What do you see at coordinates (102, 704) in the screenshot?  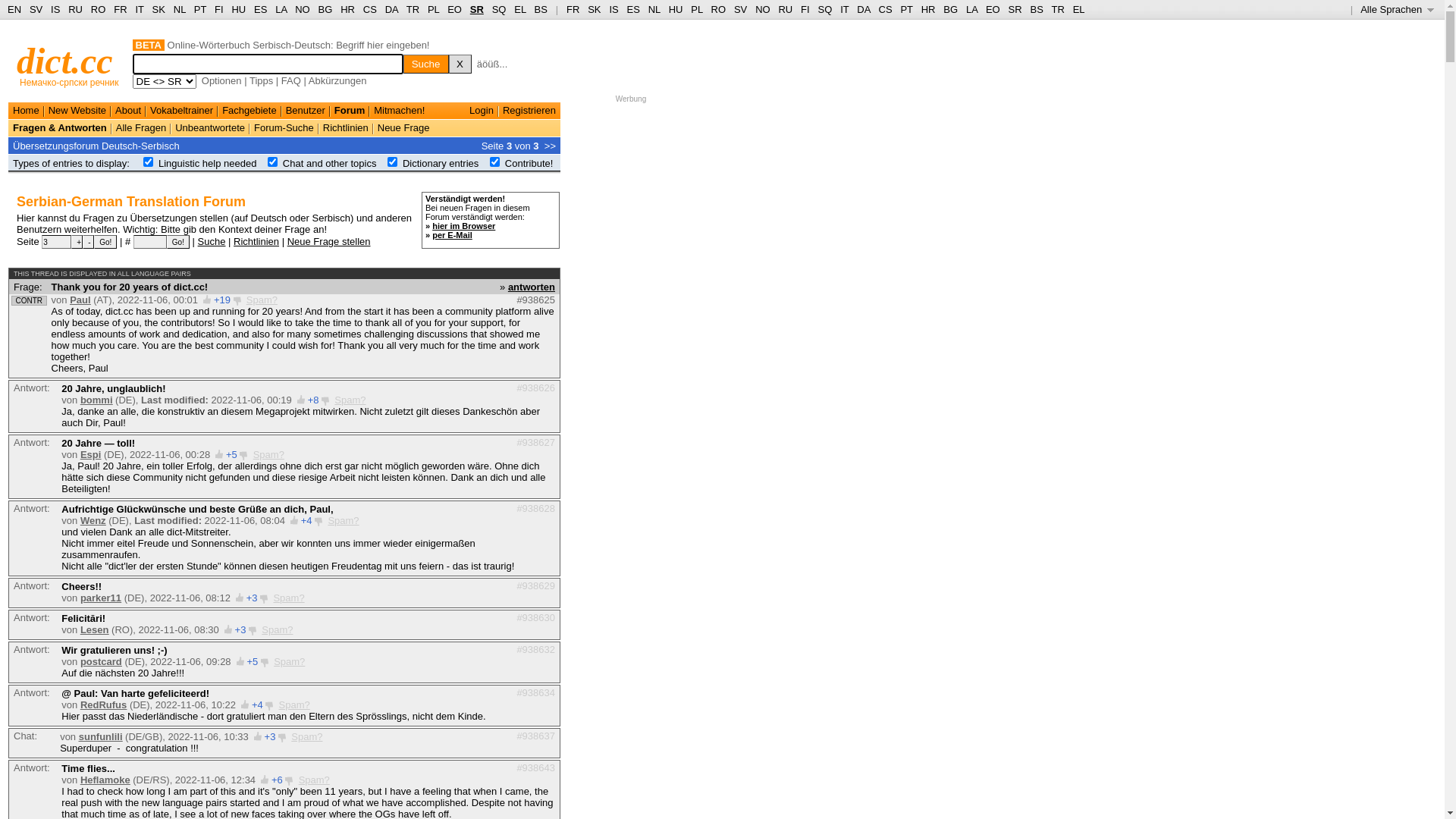 I see `'RedRufus'` at bounding box center [102, 704].